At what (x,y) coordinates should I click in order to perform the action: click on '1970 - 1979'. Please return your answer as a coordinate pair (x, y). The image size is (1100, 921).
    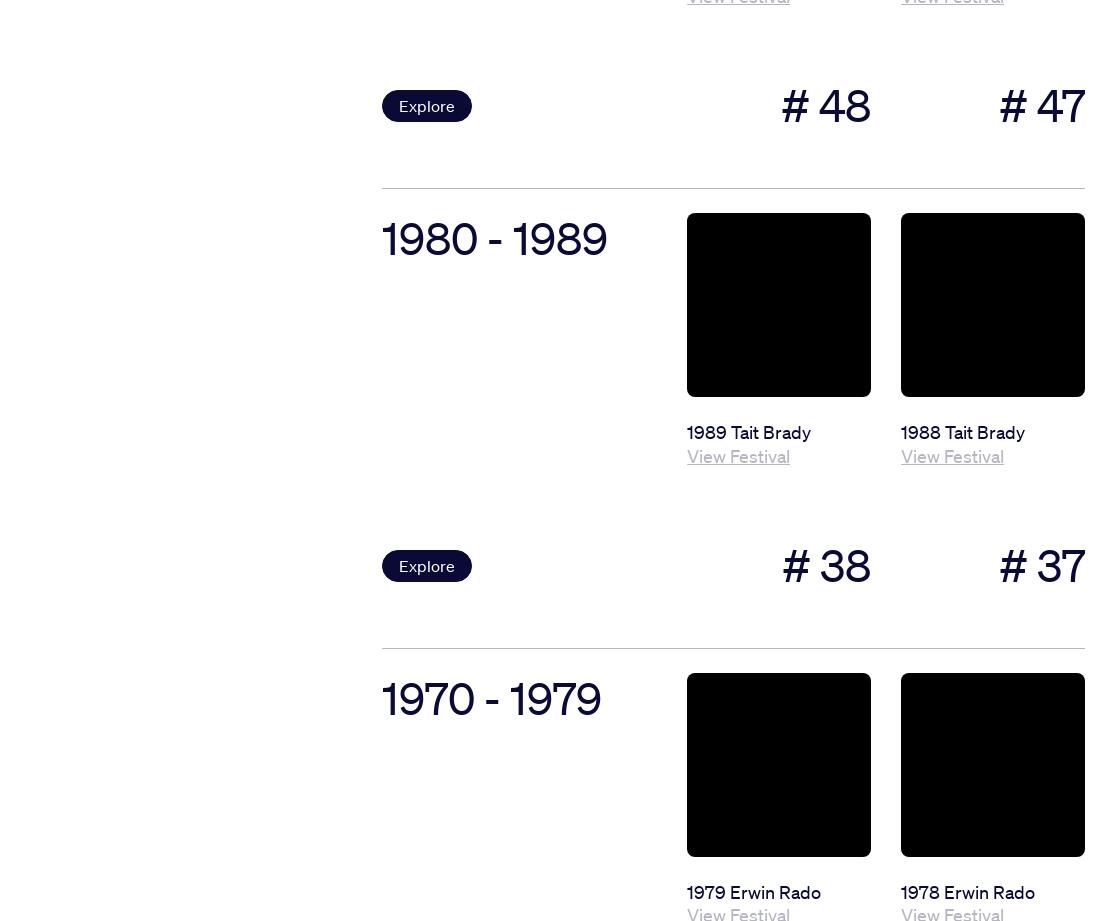
    Looking at the image, I should click on (491, 697).